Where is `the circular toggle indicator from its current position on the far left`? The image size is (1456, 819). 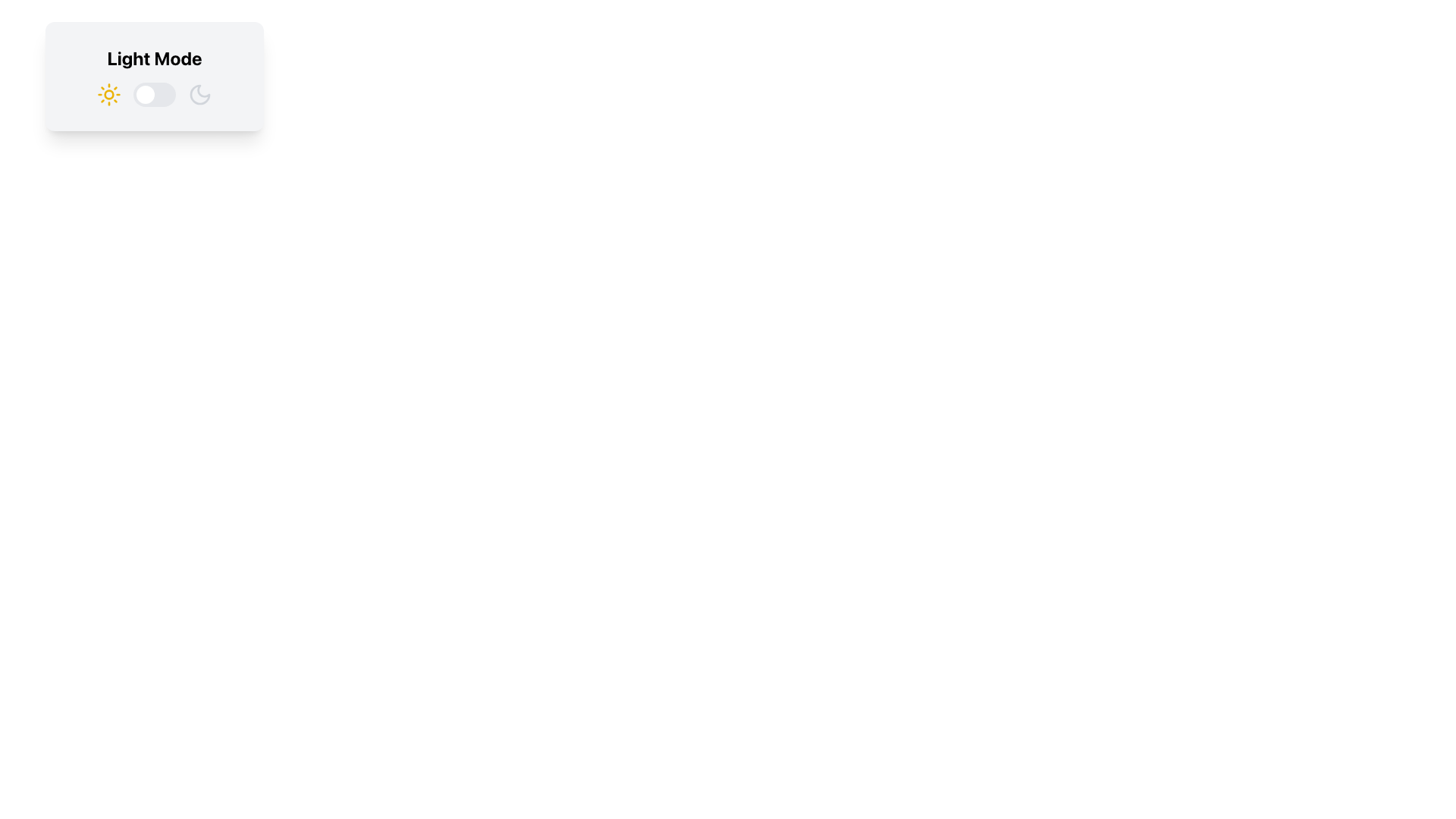
the circular toggle indicator from its current position on the far left is located at coordinates (146, 94).